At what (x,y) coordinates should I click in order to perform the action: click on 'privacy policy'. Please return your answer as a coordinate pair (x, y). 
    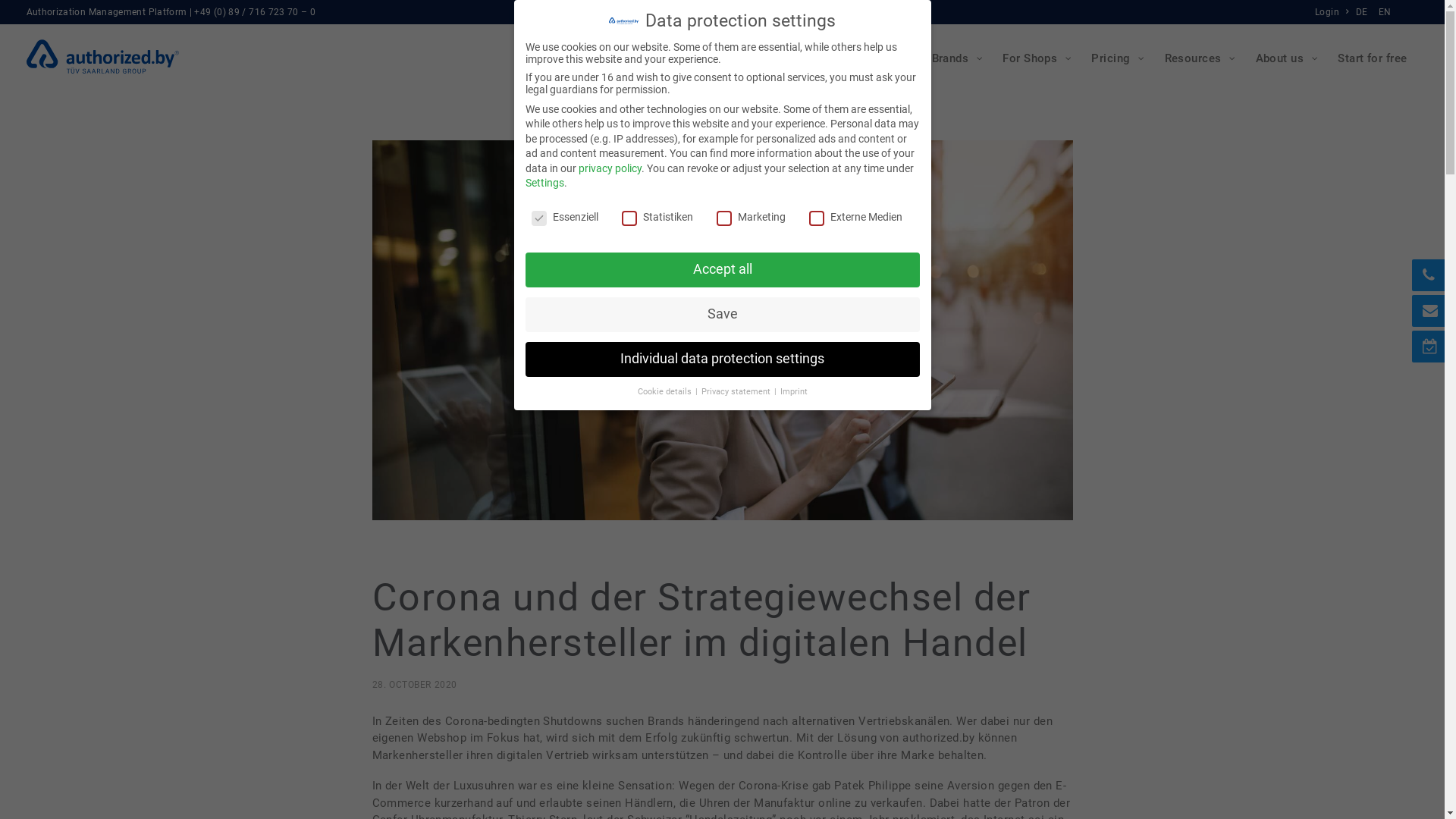
    Looking at the image, I should click on (609, 168).